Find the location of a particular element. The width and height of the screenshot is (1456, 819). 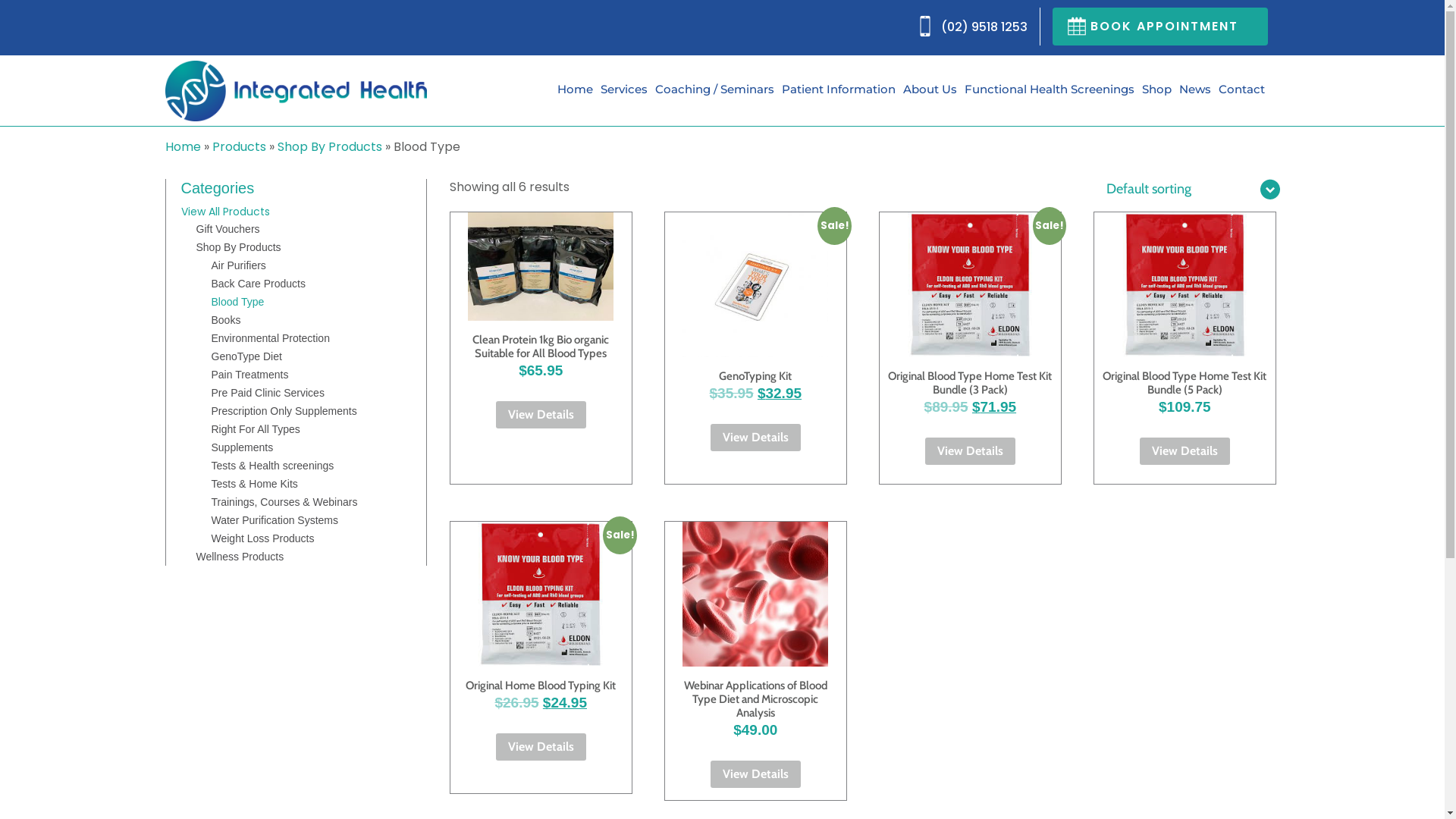

'Sale! is located at coordinates (665, 328).